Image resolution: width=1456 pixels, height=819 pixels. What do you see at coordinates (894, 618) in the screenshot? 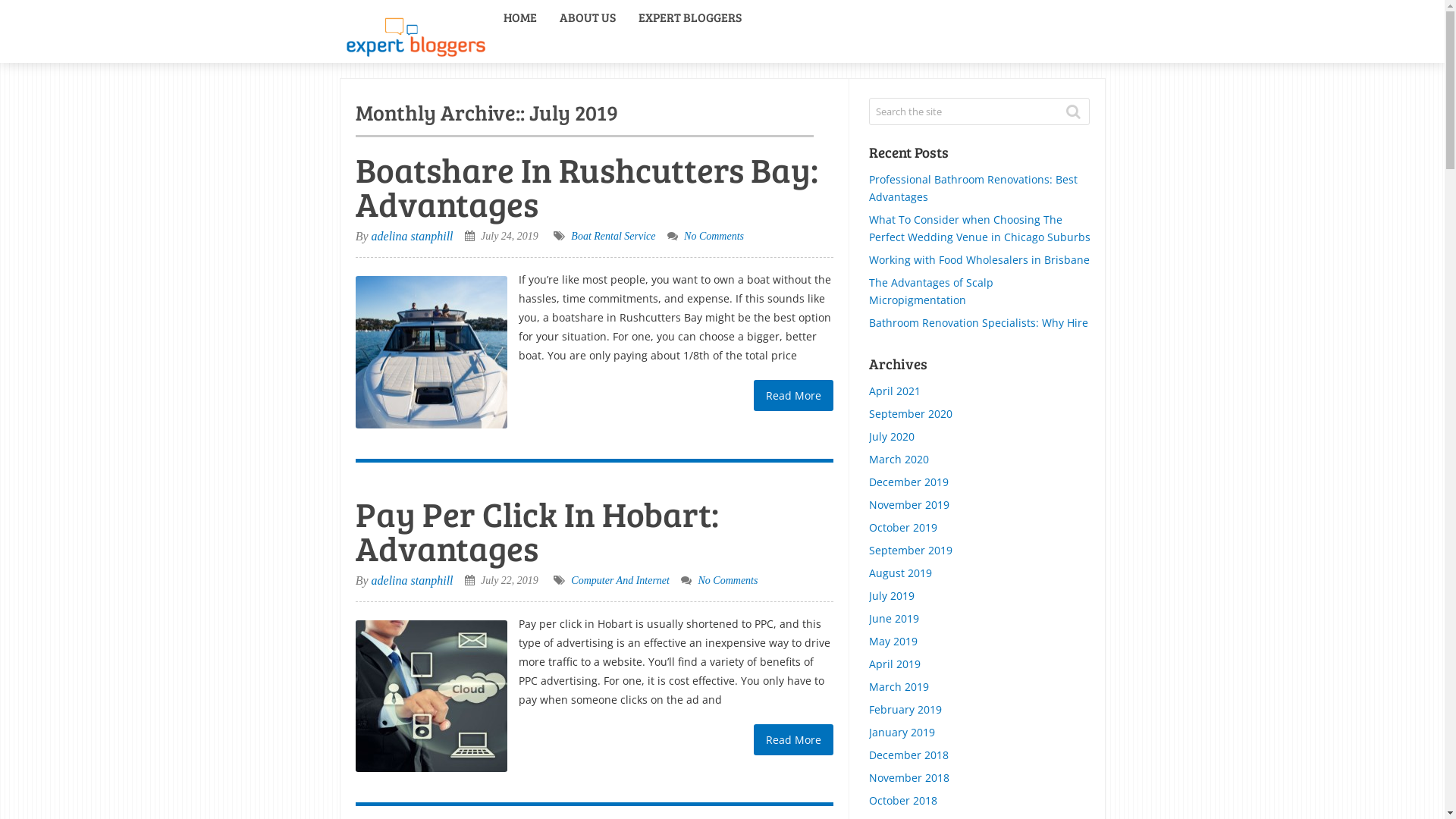
I see `'June 2019'` at bounding box center [894, 618].